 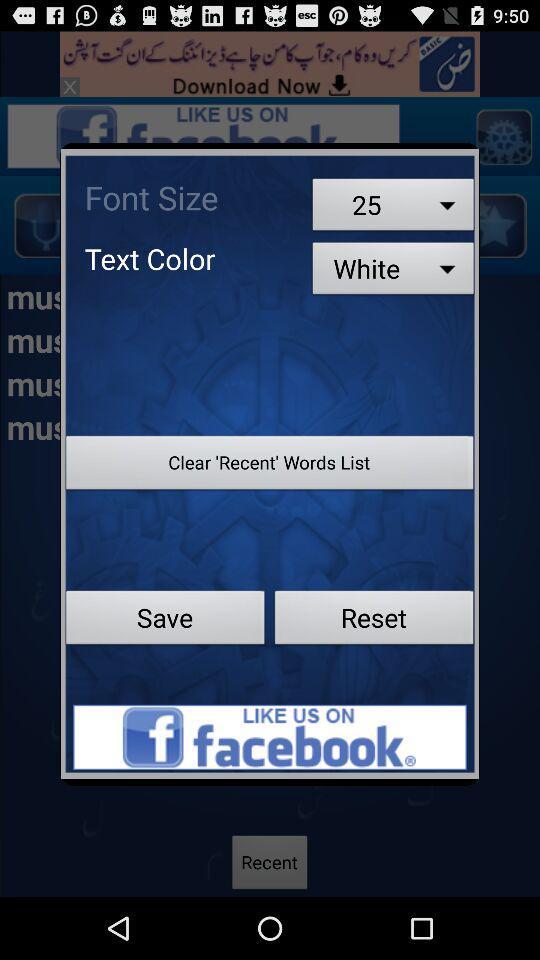 What do you see at coordinates (270, 736) in the screenshot?
I see `open advertisement` at bounding box center [270, 736].